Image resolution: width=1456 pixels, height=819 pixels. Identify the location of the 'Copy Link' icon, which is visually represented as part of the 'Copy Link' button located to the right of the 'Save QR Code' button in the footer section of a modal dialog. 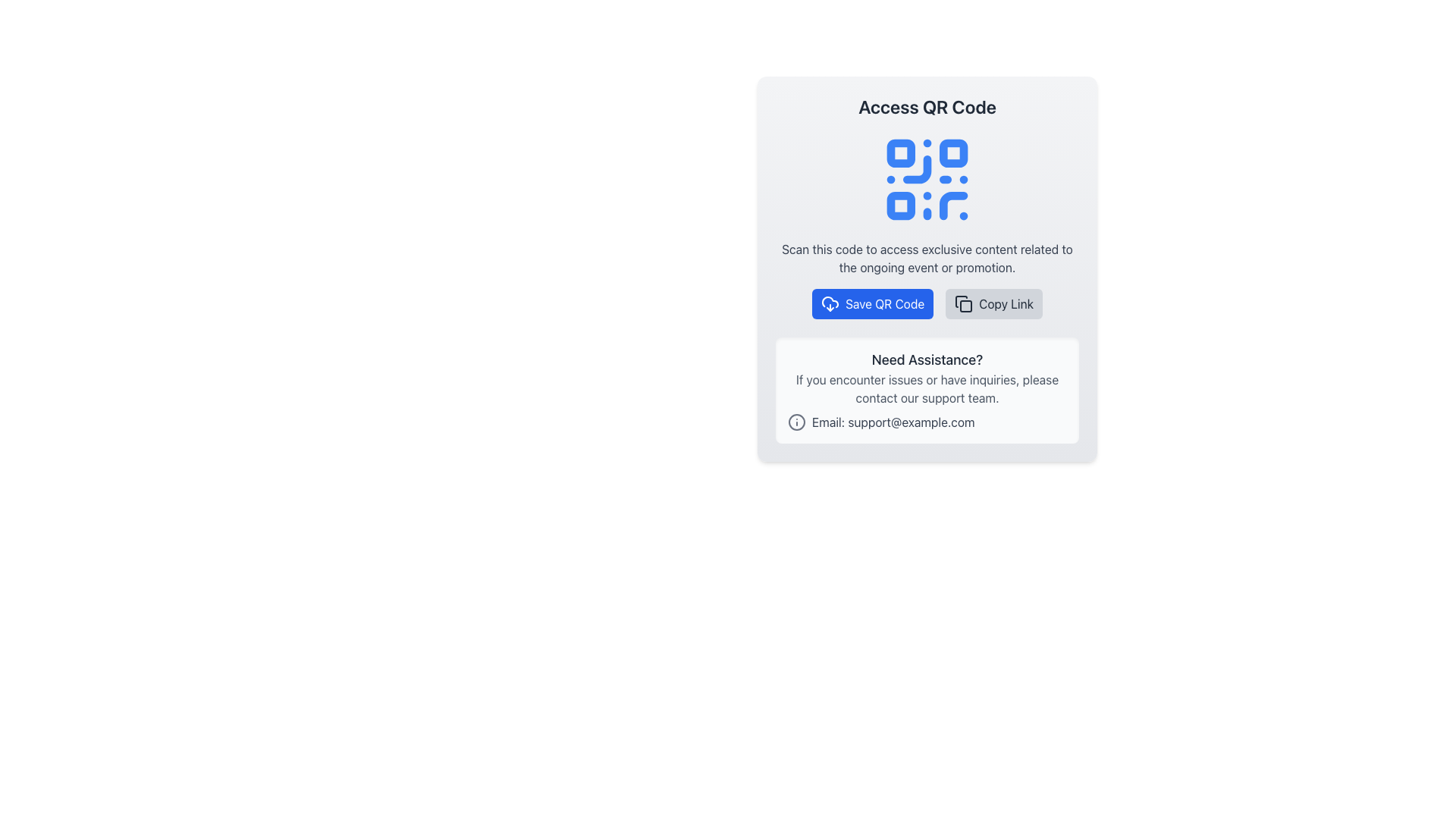
(963, 304).